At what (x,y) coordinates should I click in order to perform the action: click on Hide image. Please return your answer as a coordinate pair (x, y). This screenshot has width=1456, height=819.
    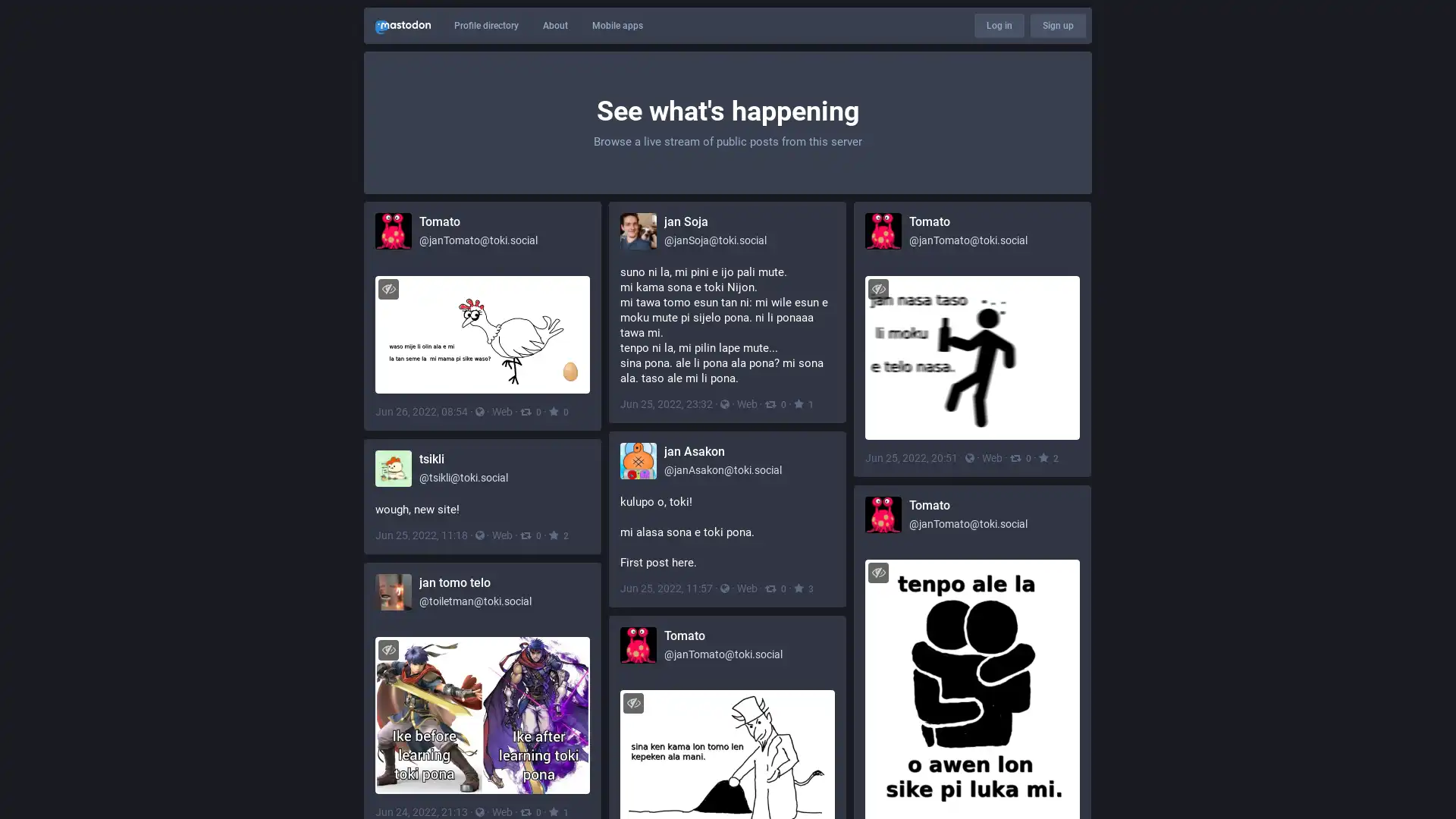
    Looking at the image, I should click on (388, 648).